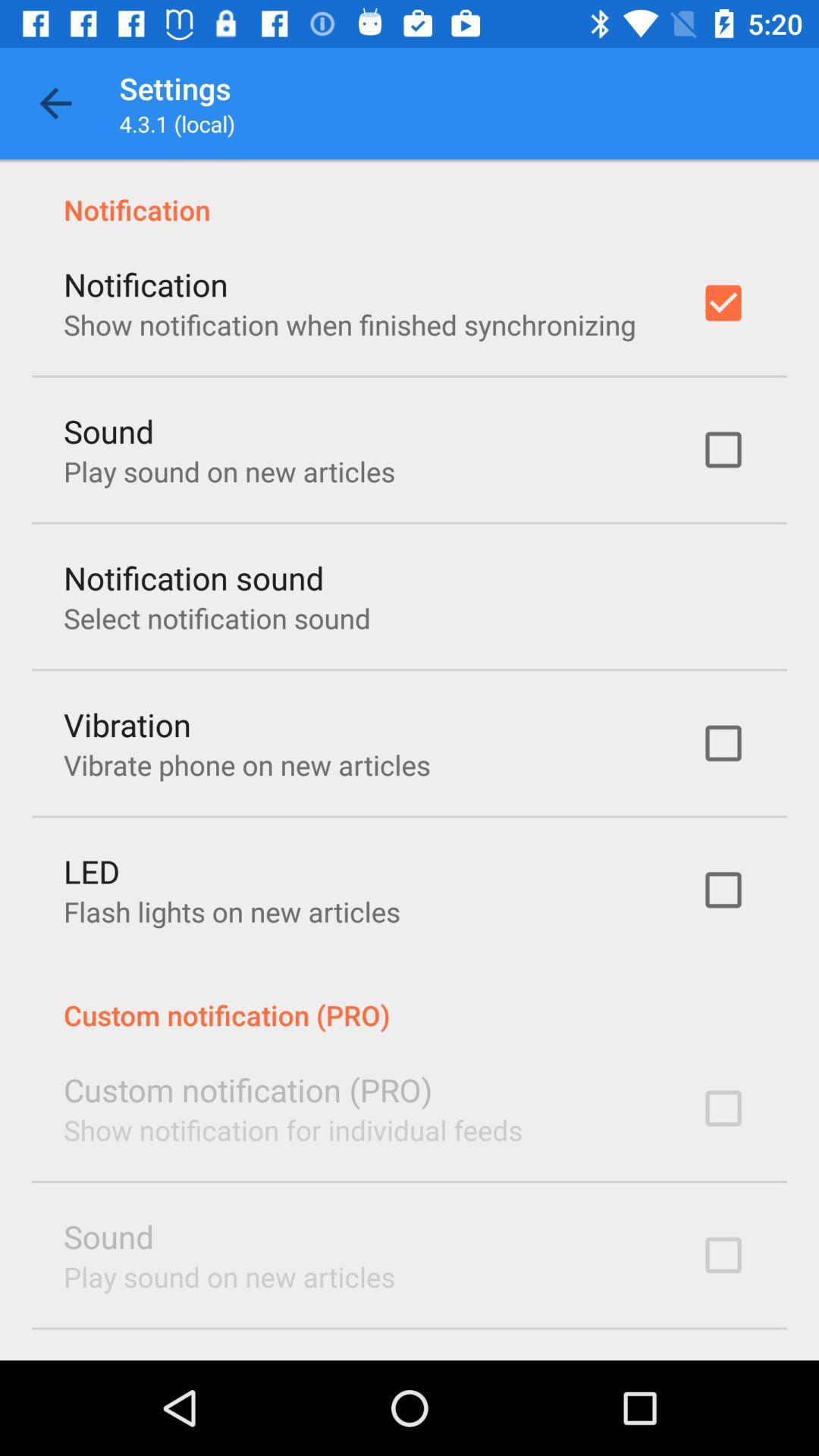 This screenshot has width=819, height=1456. What do you see at coordinates (231, 911) in the screenshot?
I see `icon above the custom notification (pro) item` at bounding box center [231, 911].